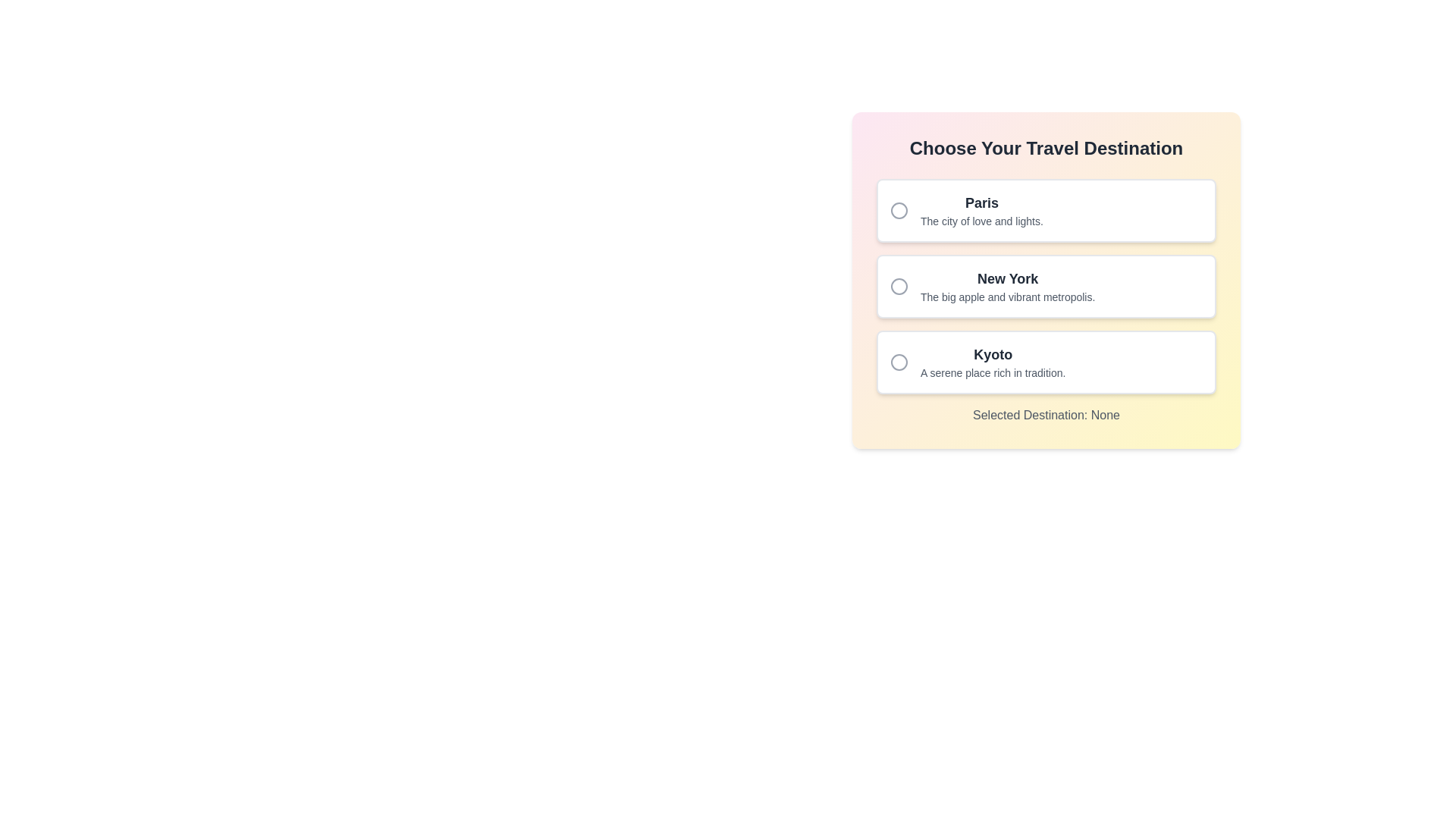  Describe the element at coordinates (899, 210) in the screenshot. I see `the Circle Indicator in the SVG Radio Button associated with the 'Paris' option` at that location.